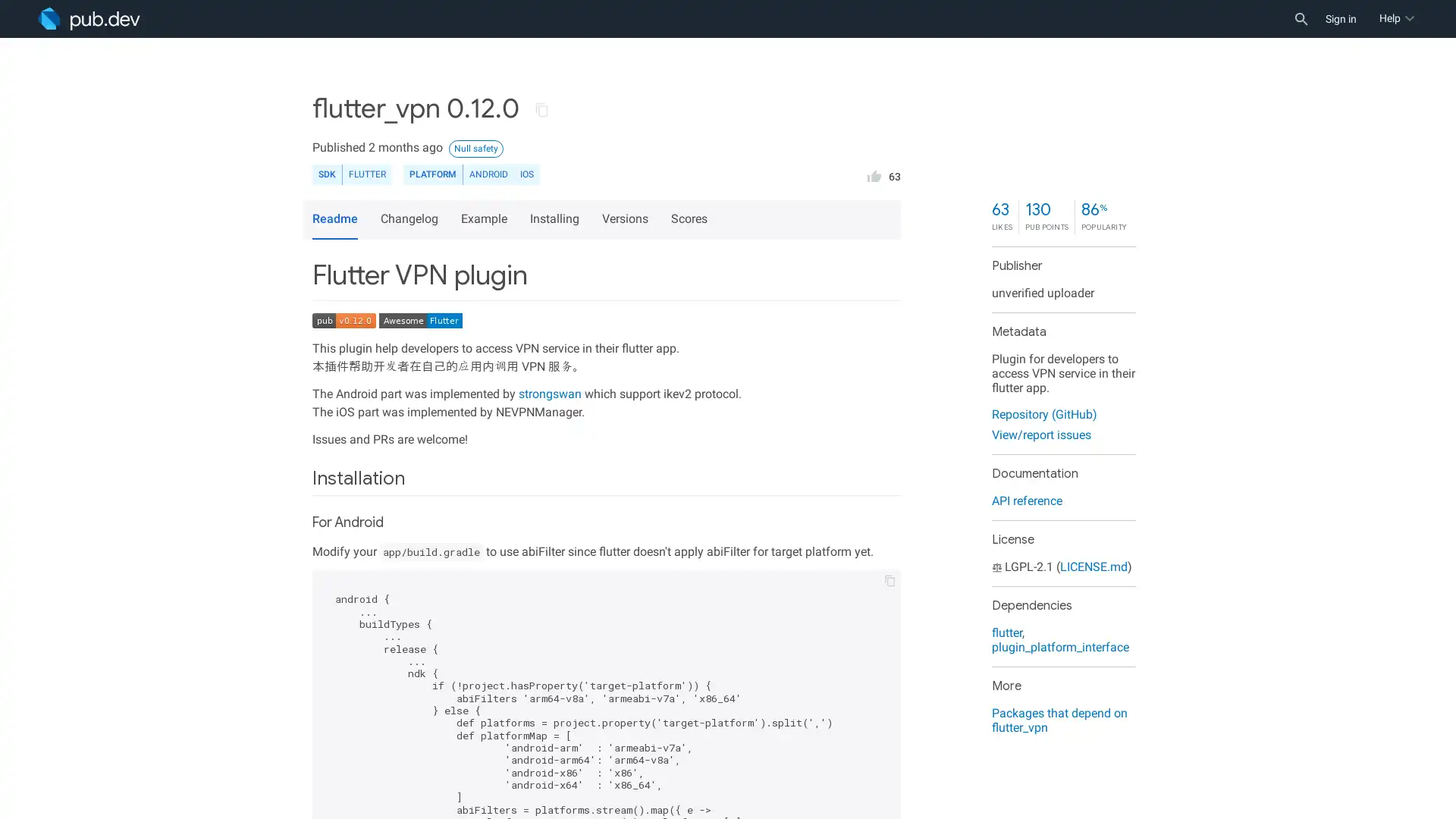  Describe the element at coordinates (486, 219) in the screenshot. I see `Example` at that location.